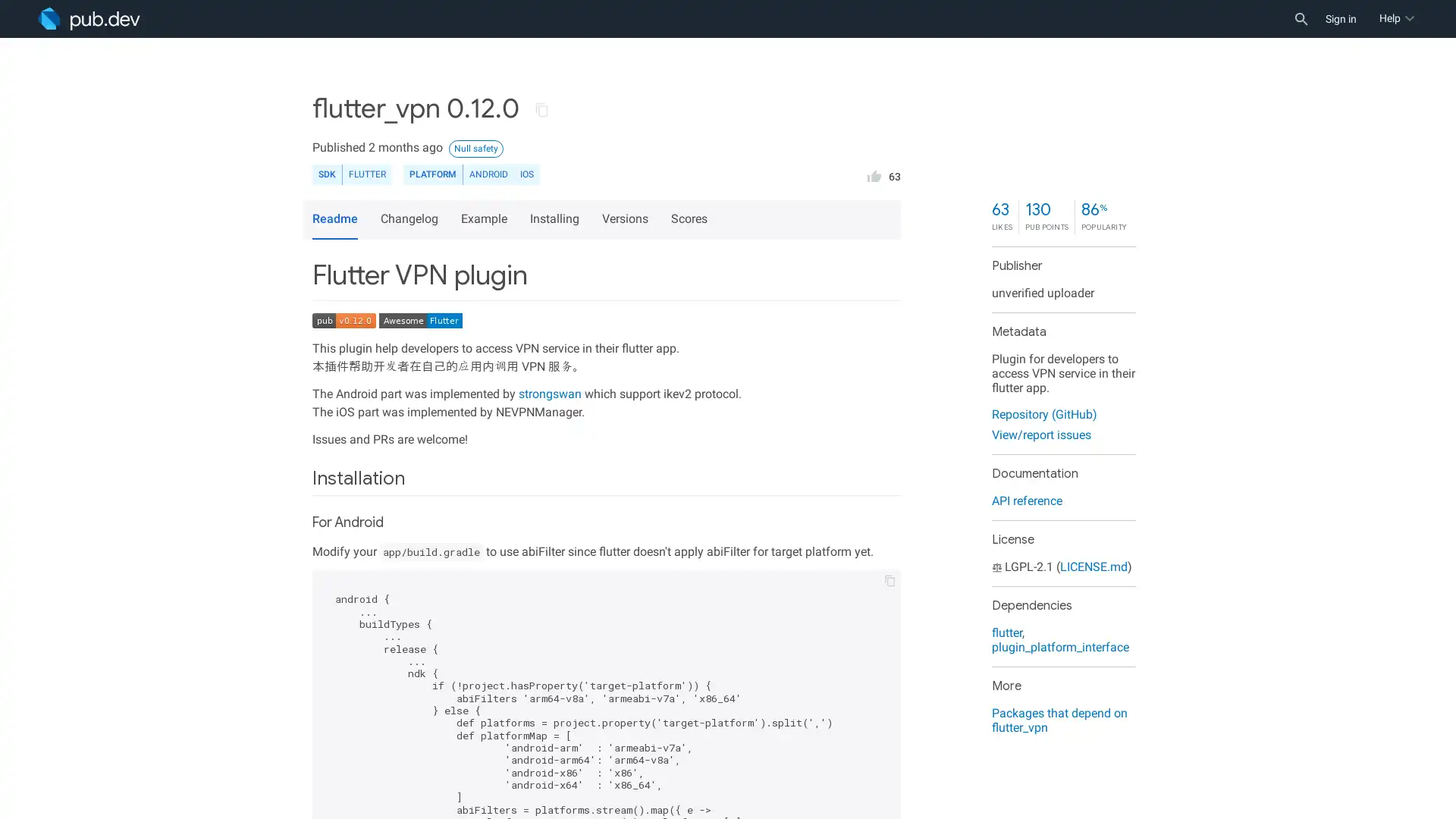  Describe the element at coordinates (486, 219) in the screenshot. I see `Example` at that location.